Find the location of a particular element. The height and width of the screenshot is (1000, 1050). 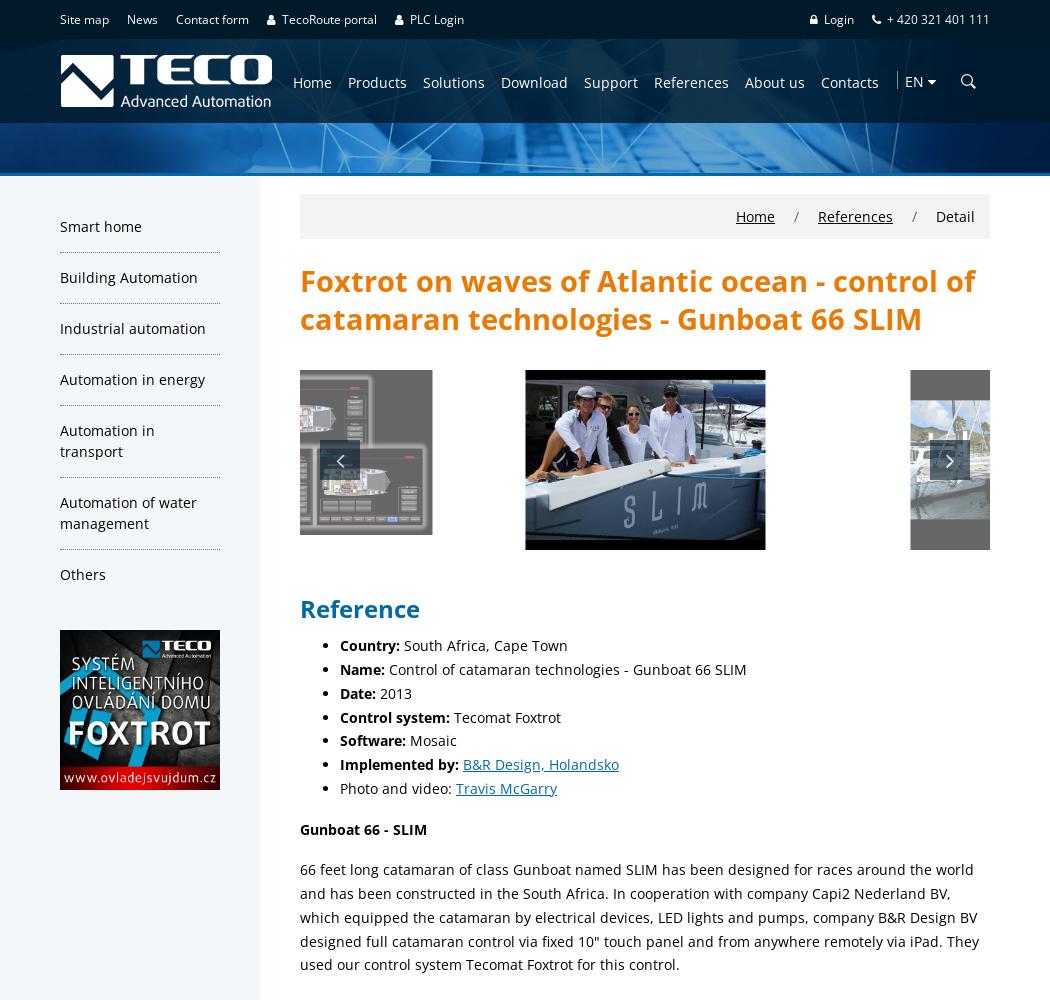

'Implemented by:' is located at coordinates (401, 764).